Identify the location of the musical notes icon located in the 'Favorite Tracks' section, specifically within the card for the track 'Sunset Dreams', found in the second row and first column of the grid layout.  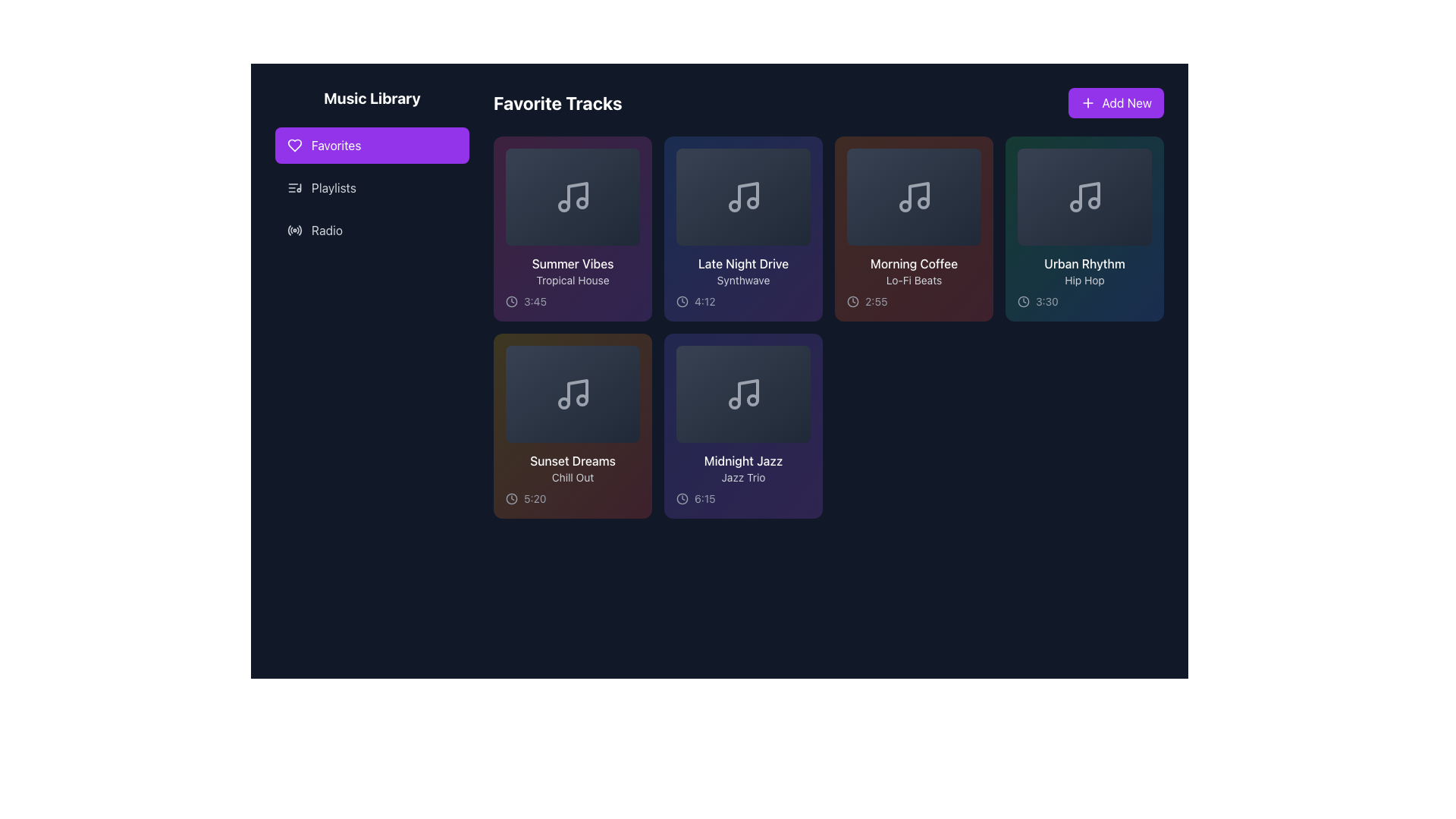
(572, 394).